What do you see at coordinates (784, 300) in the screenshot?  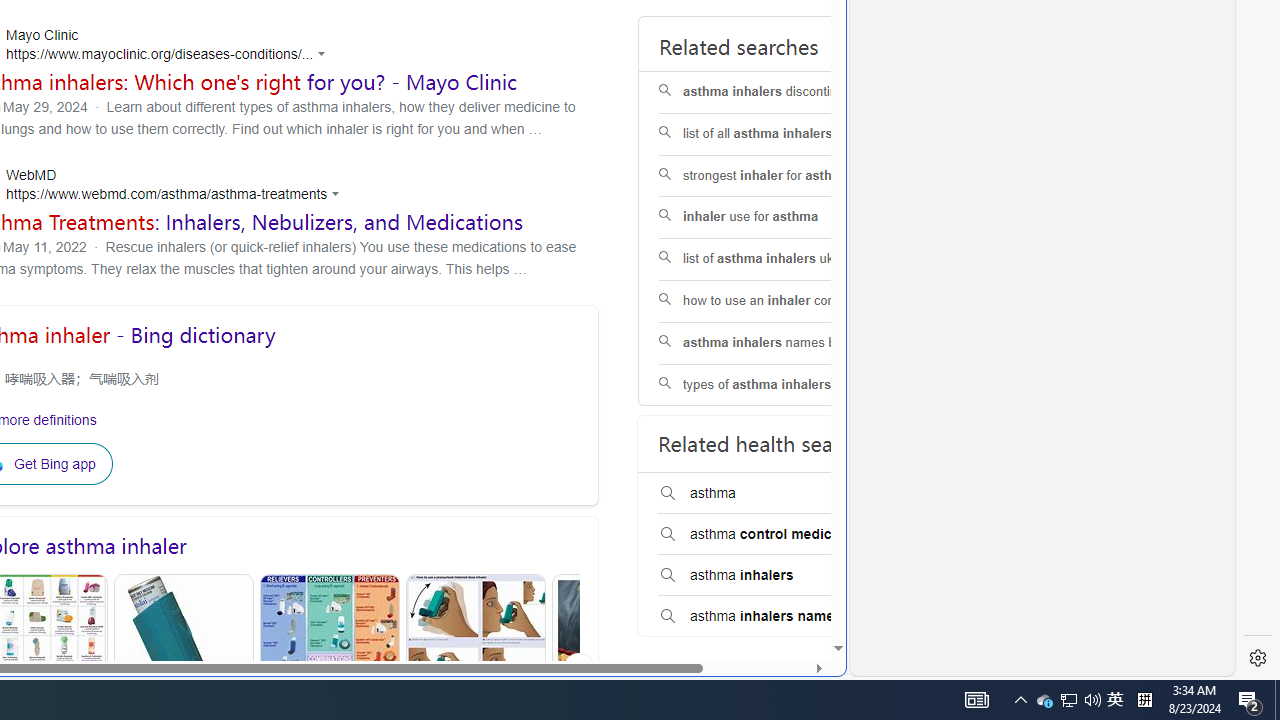 I see `'how to use an inhaler correctly'` at bounding box center [784, 300].